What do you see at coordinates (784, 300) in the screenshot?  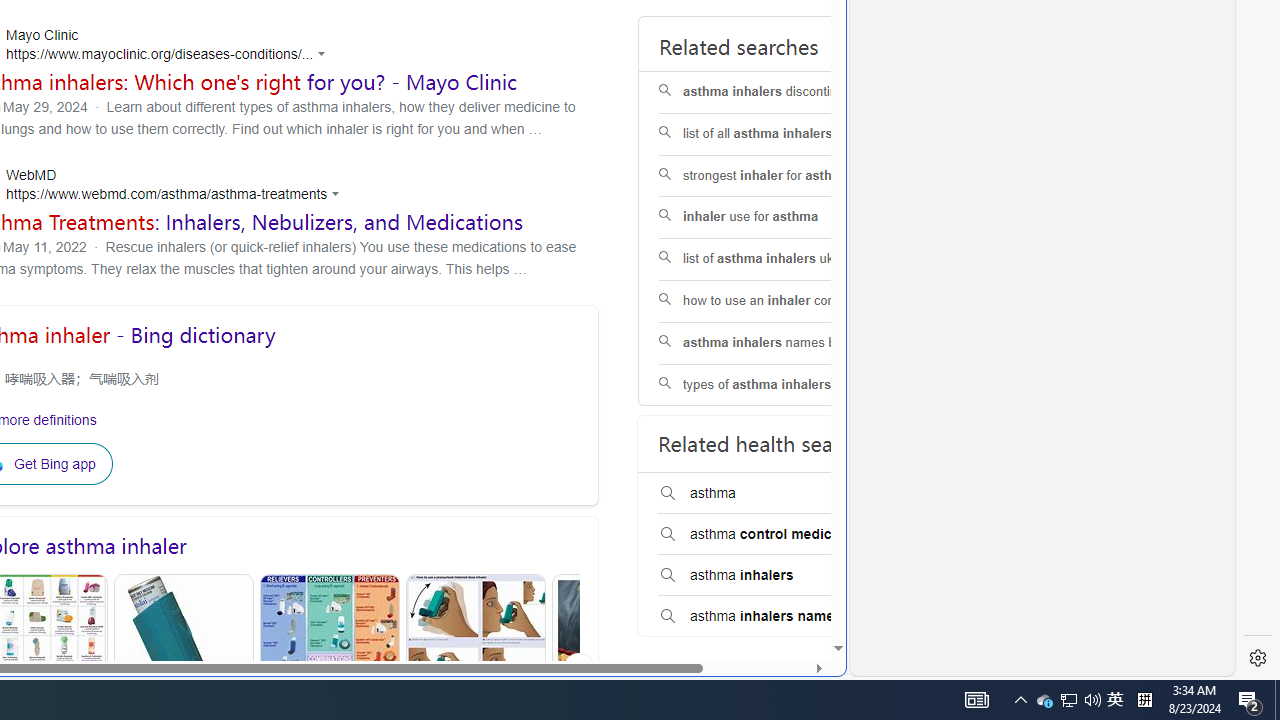 I see `'how to use an inhaler correctly'` at bounding box center [784, 300].